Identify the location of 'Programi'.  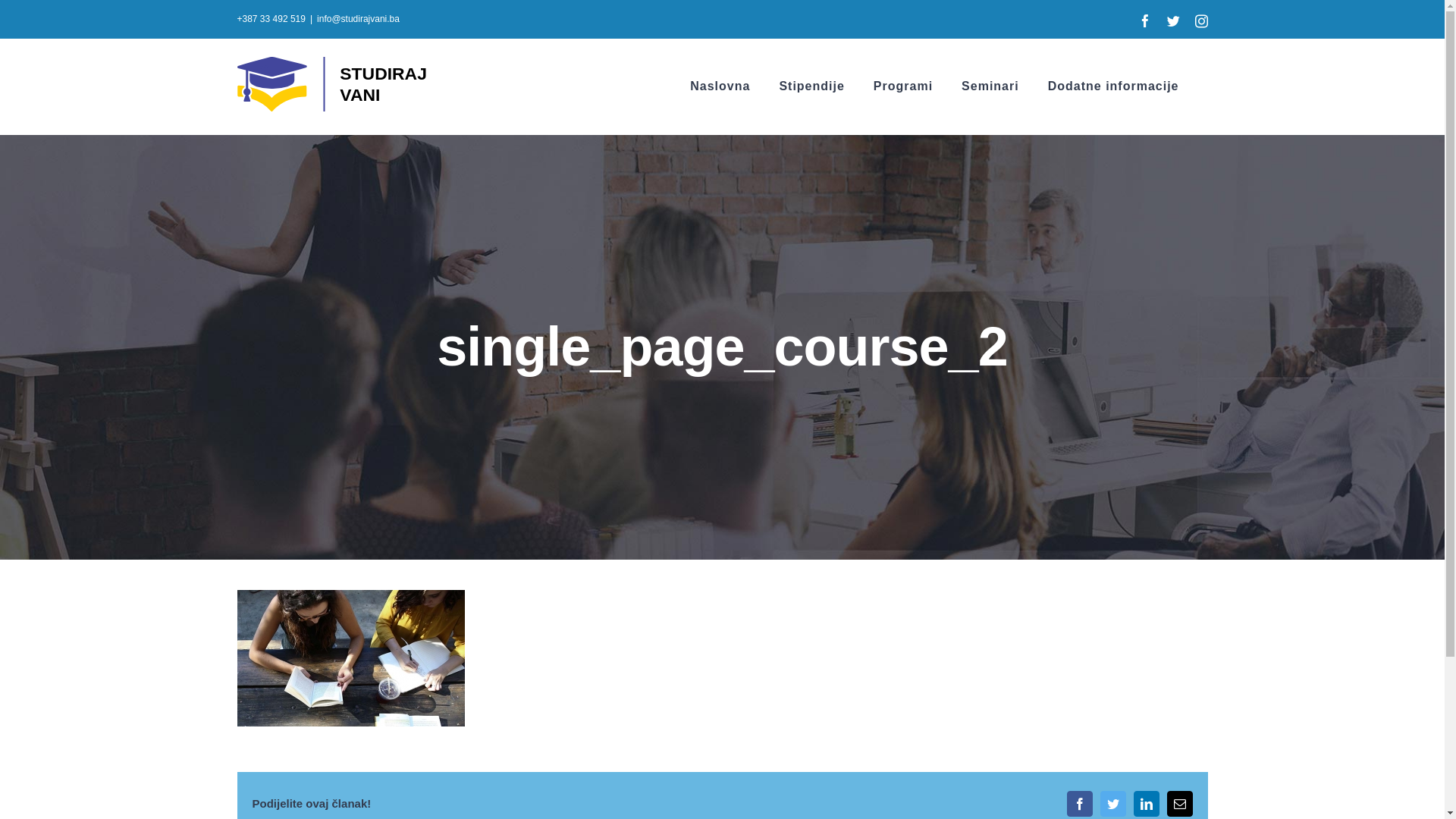
(902, 86).